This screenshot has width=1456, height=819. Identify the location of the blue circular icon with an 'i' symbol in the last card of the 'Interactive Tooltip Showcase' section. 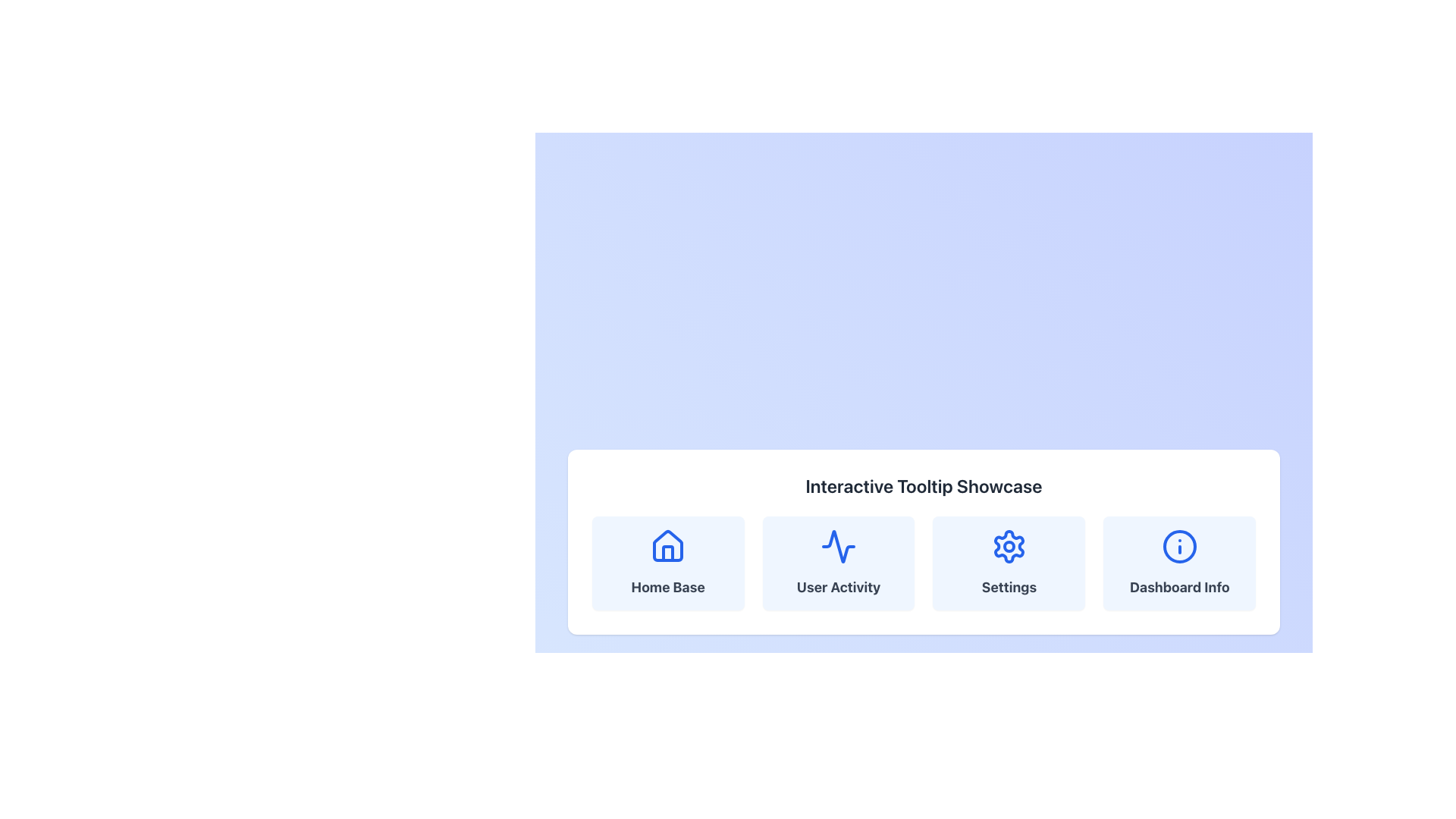
(1178, 547).